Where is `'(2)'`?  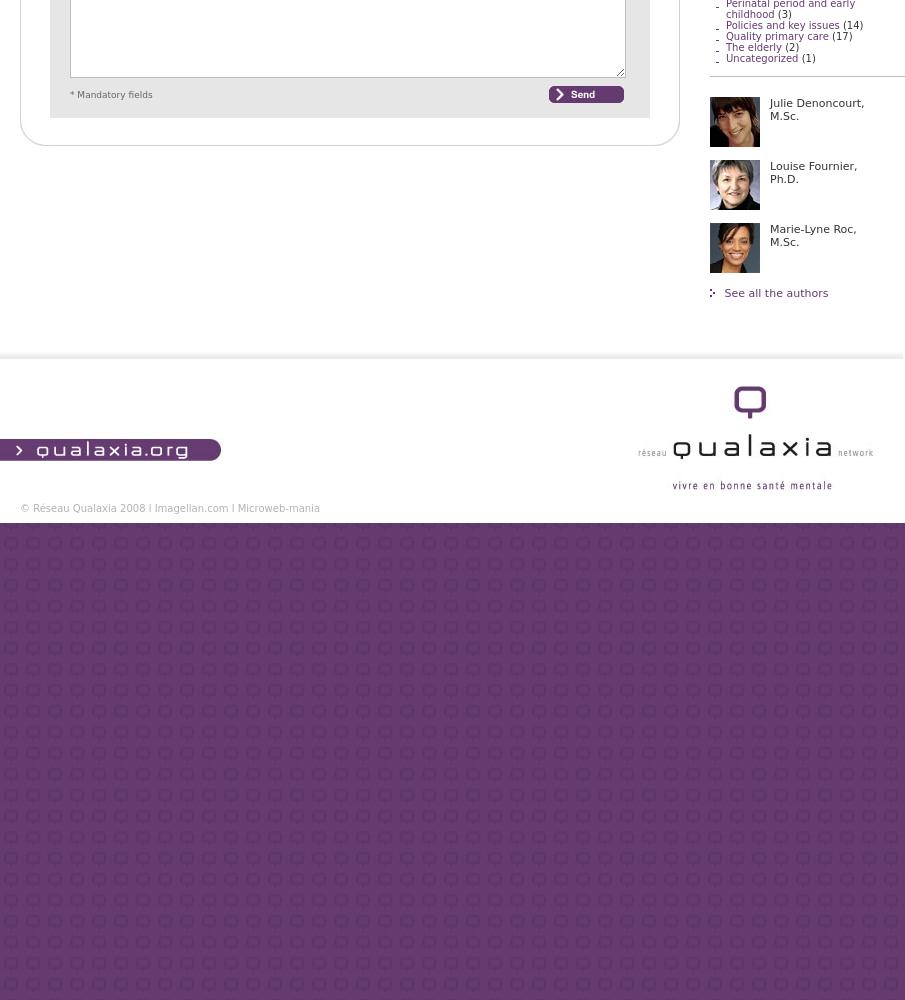 '(2)' is located at coordinates (782, 47).